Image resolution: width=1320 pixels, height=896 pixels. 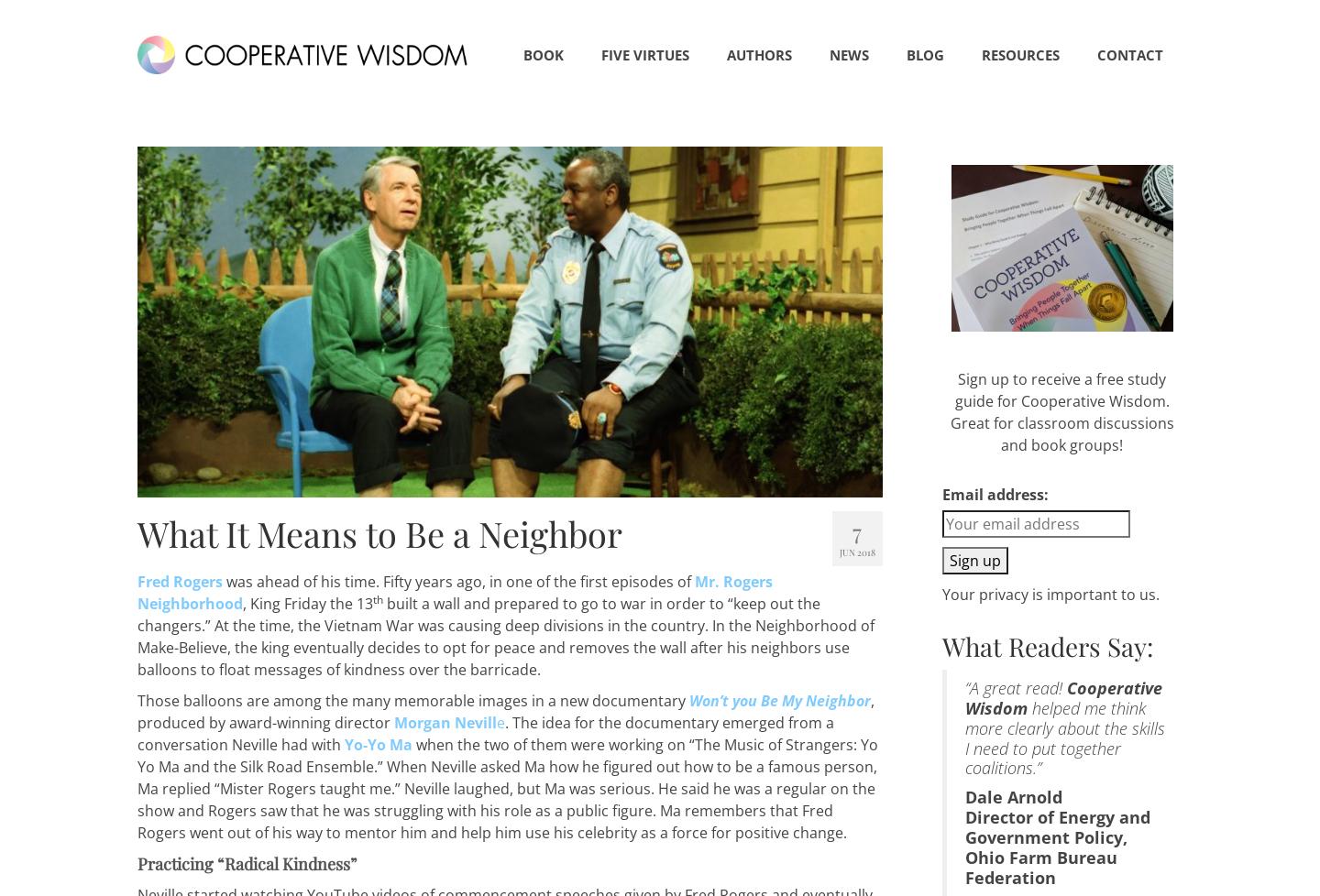 I want to click on 'BLOG', so click(x=924, y=54).